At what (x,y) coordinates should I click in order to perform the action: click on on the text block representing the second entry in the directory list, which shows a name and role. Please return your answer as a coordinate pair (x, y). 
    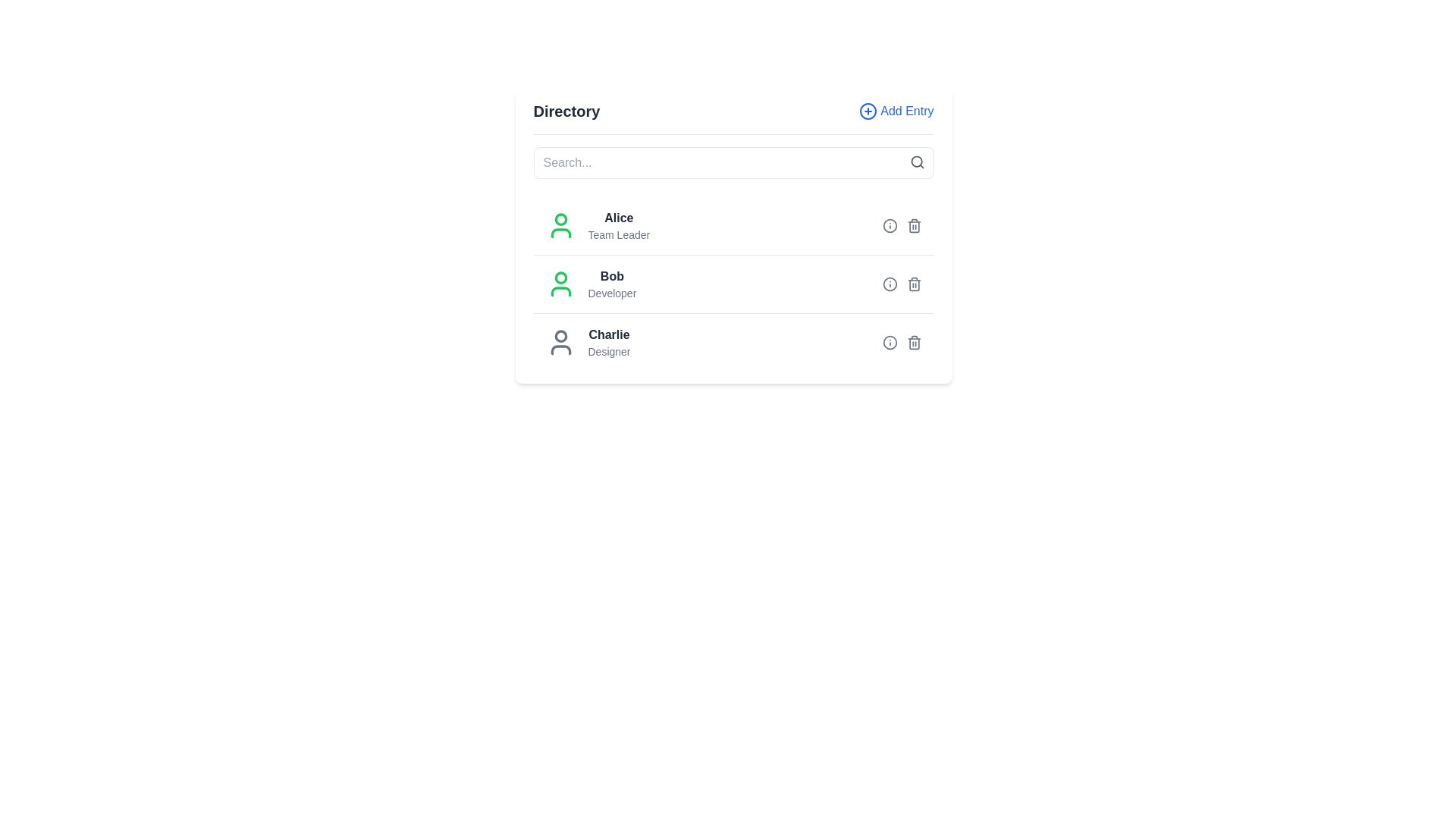
    Looking at the image, I should click on (612, 284).